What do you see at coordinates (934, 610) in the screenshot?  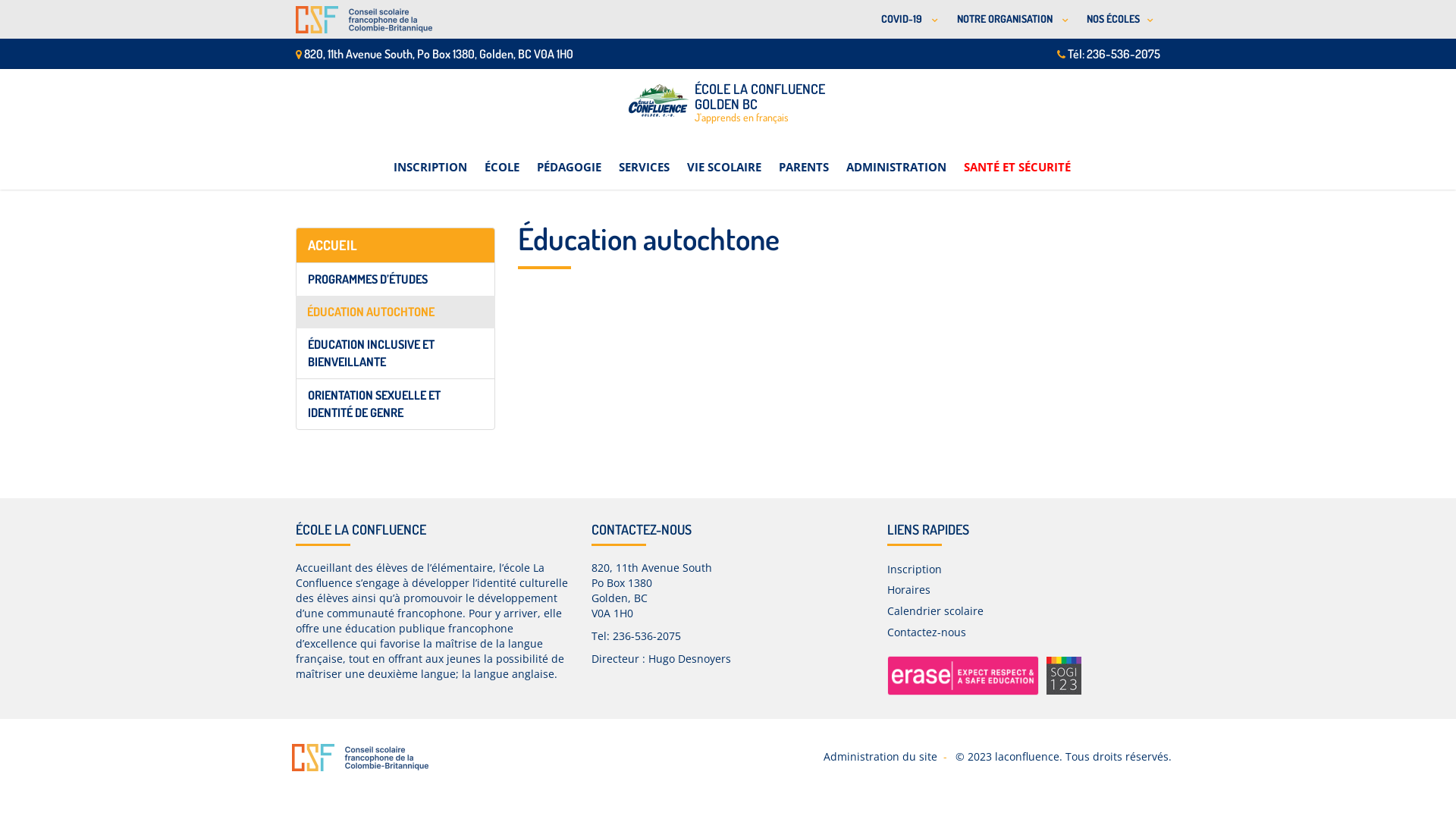 I see `'Calendrier scolaire'` at bounding box center [934, 610].